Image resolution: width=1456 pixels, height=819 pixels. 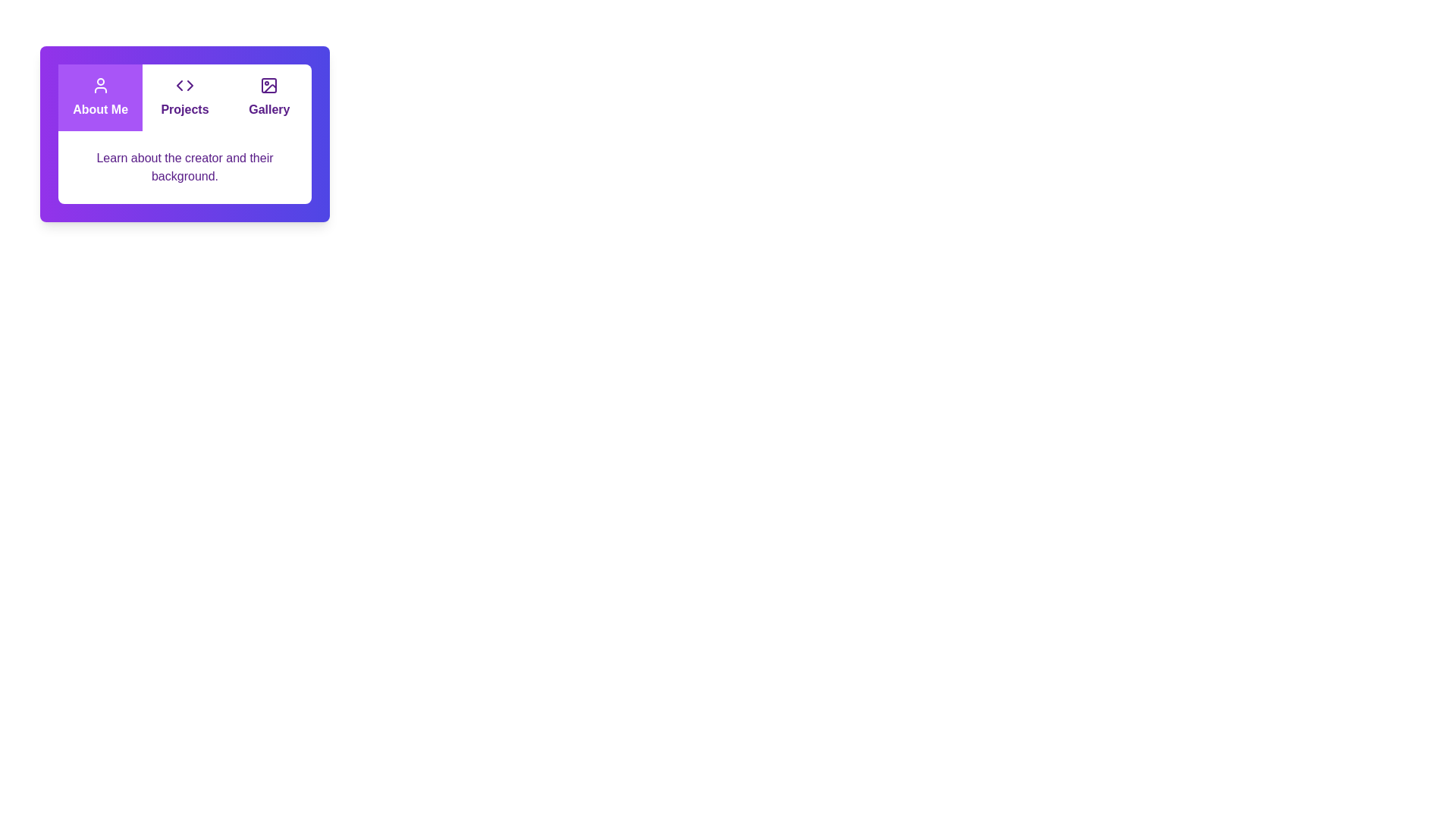 I want to click on the tab labeled About Me, so click(x=99, y=97).